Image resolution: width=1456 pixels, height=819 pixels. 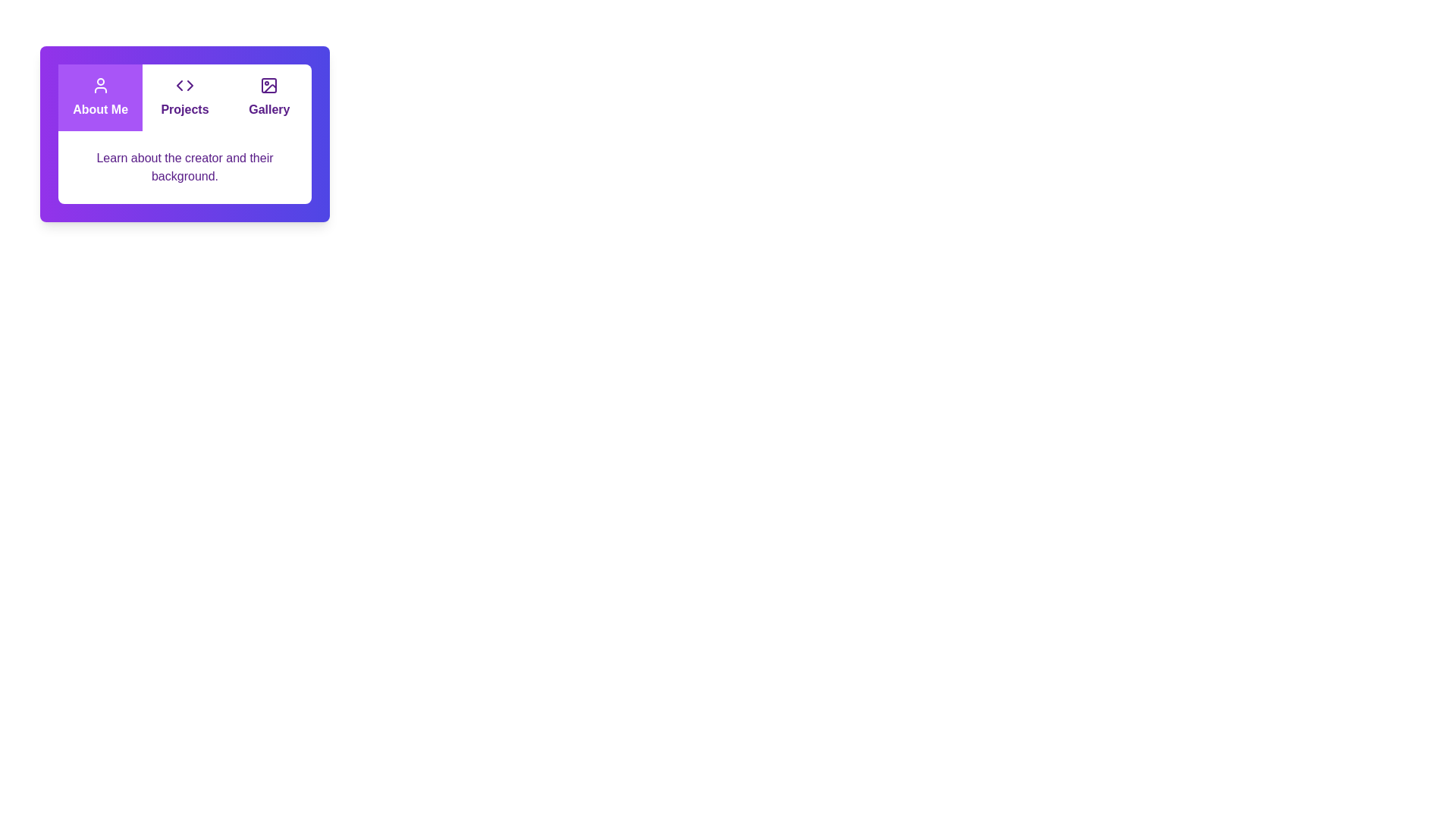 I want to click on the tab labeled About Me, so click(x=99, y=97).